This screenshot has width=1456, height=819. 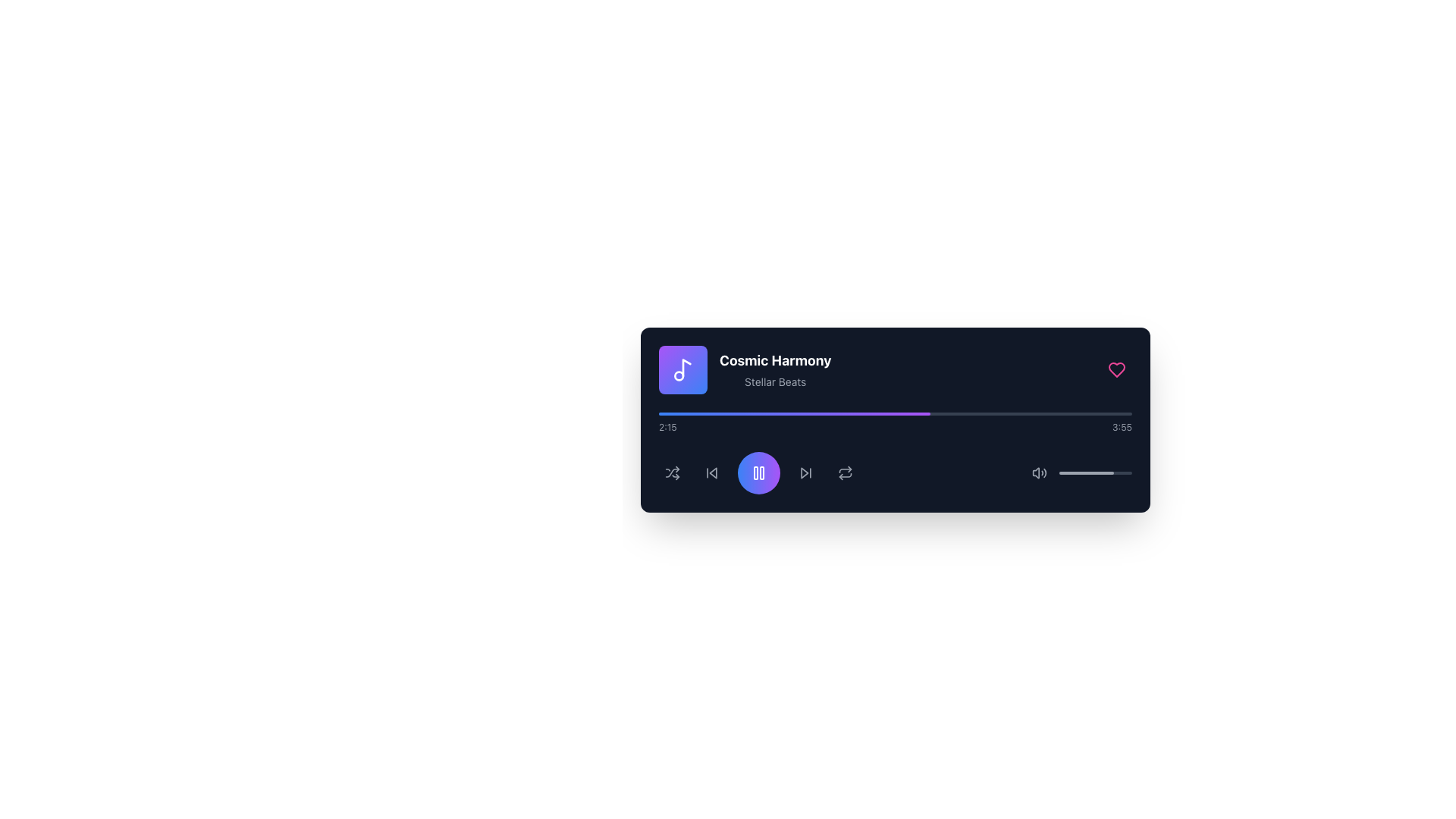 What do you see at coordinates (759, 472) in the screenshot?
I see `the pause button in the music playback control group to trigger a tooltip` at bounding box center [759, 472].